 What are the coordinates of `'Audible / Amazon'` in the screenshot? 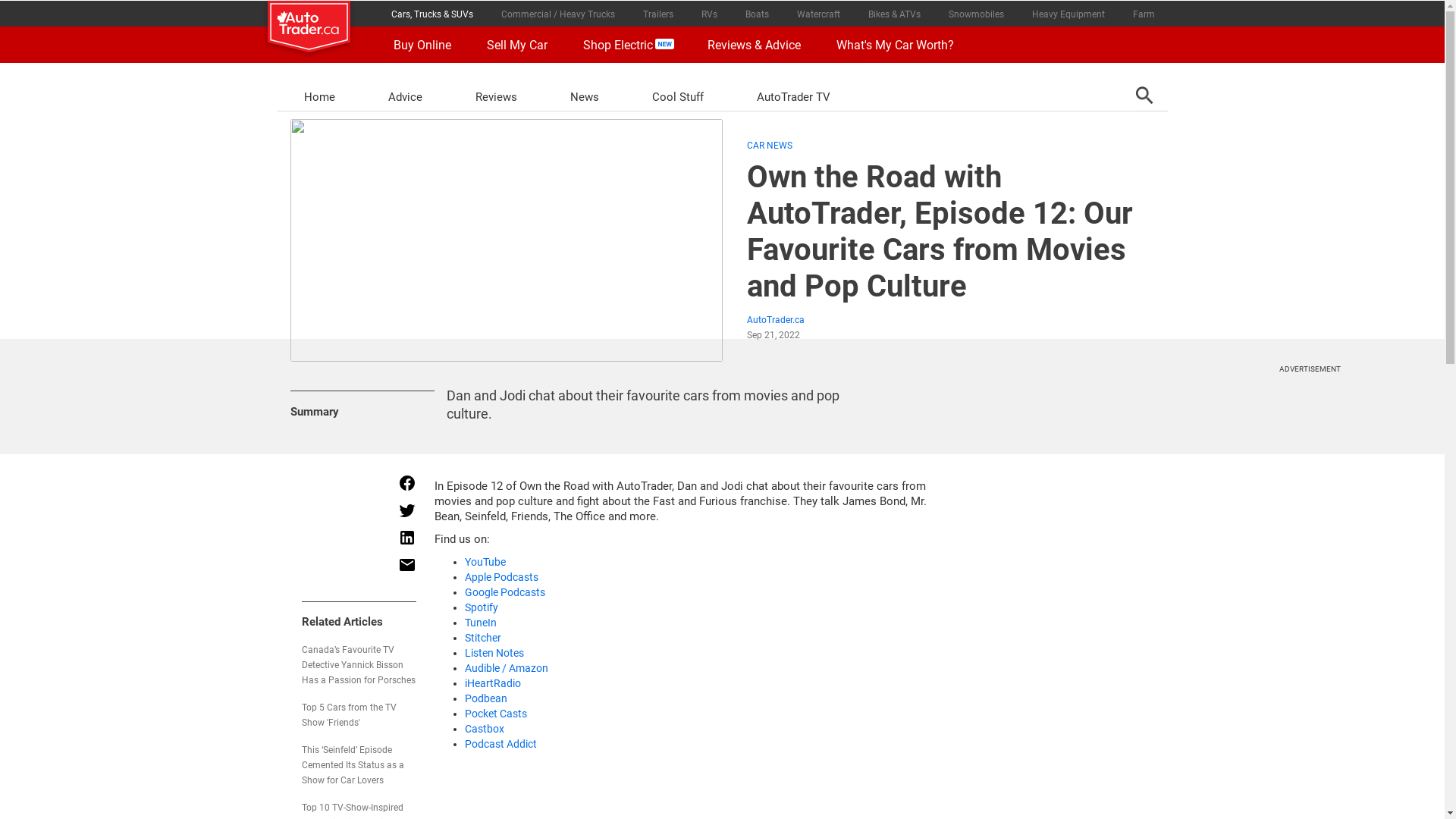 It's located at (506, 667).